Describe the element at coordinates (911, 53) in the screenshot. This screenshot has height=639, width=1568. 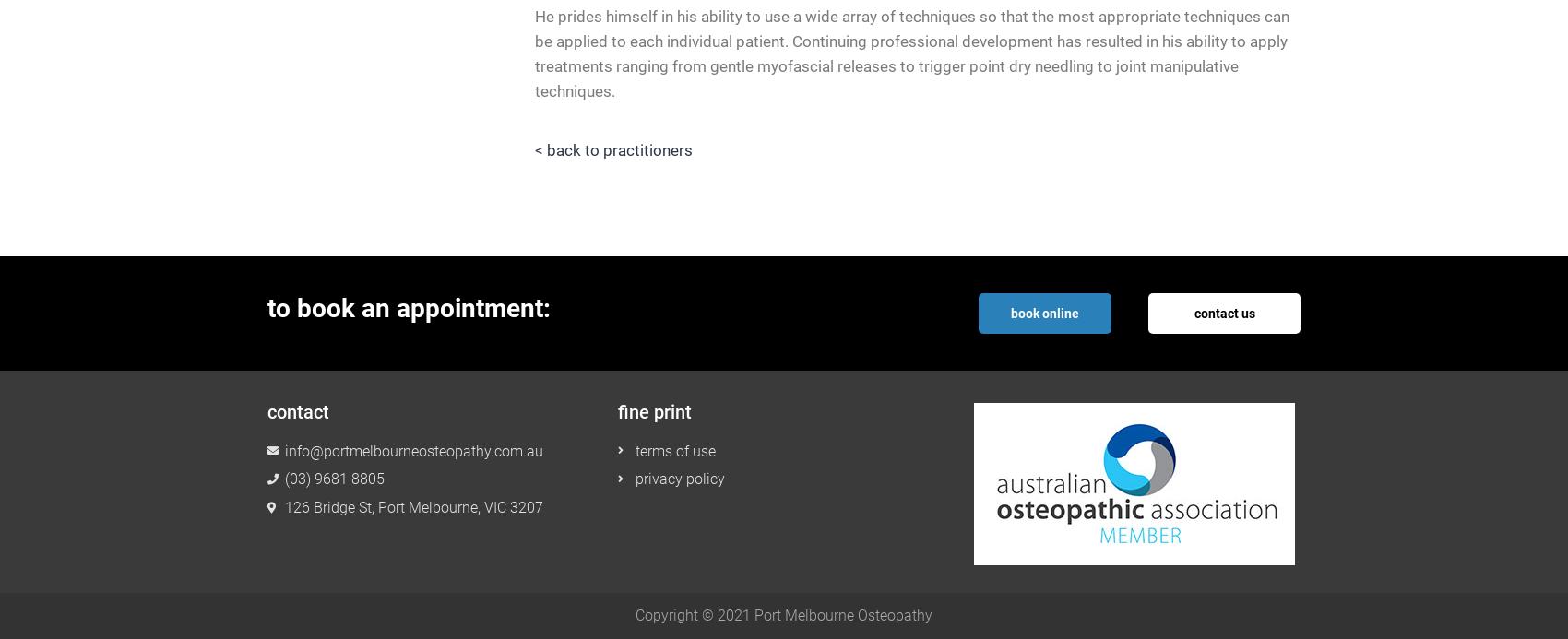
I see `'He prides himself in his ability to use a wide array of techniques so that the most appropriate techniques can be applied to each individual patient. Continuing professional development has resulted in his ability to apply treatments ranging from gentle myofascial releases to trigger point dry needling to joint manipulative techniques.'` at that location.